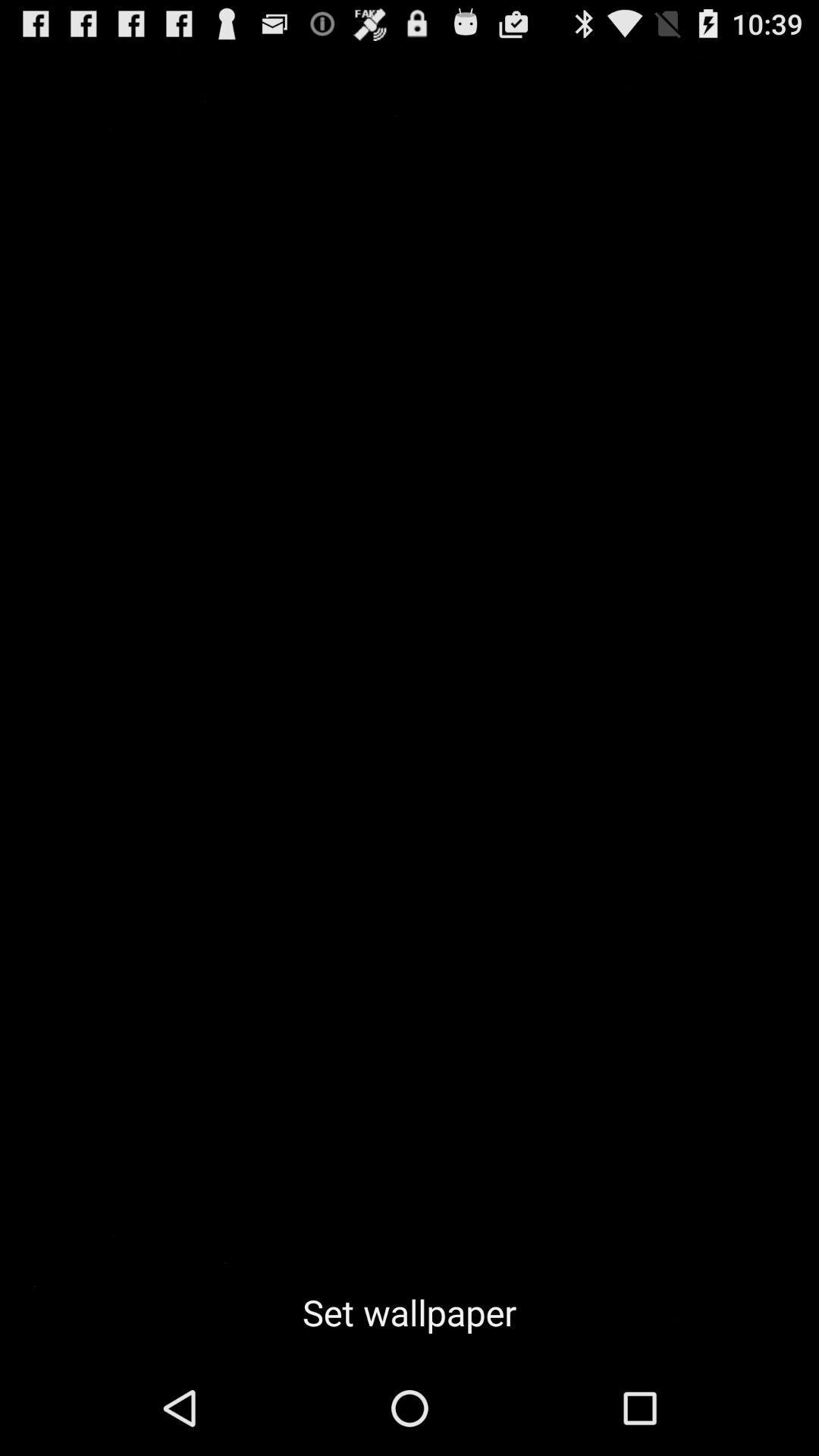 This screenshot has height=1456, width=819. Describe the element at coordinates (409, 1312) in the screenshot. I see `set wallpaper` at that location.